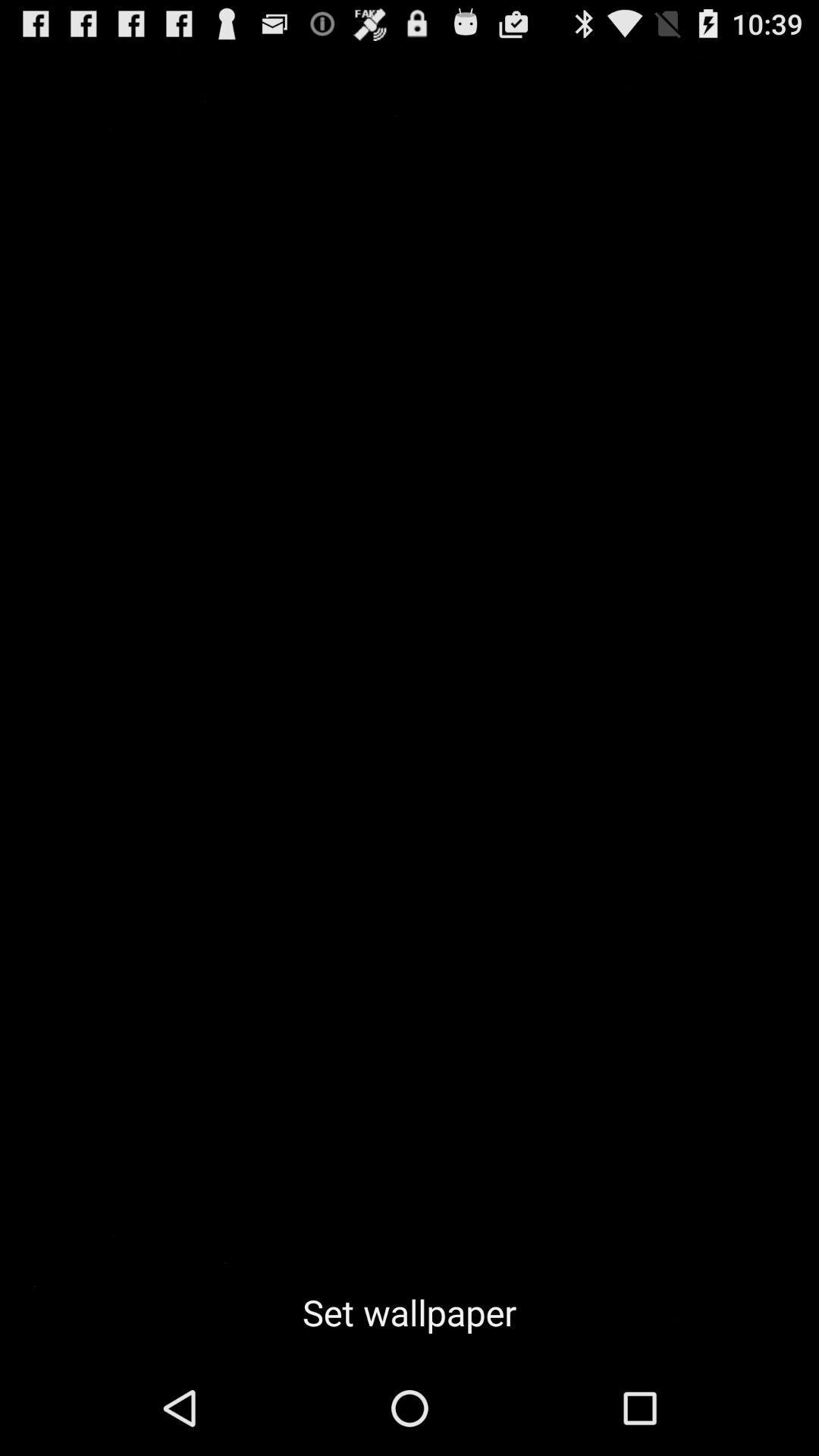 This screenshot has height=1456, width=819. Describe the element at coordinates (409, 1312) in the screenshot. I see `set wallpaper` at that location.